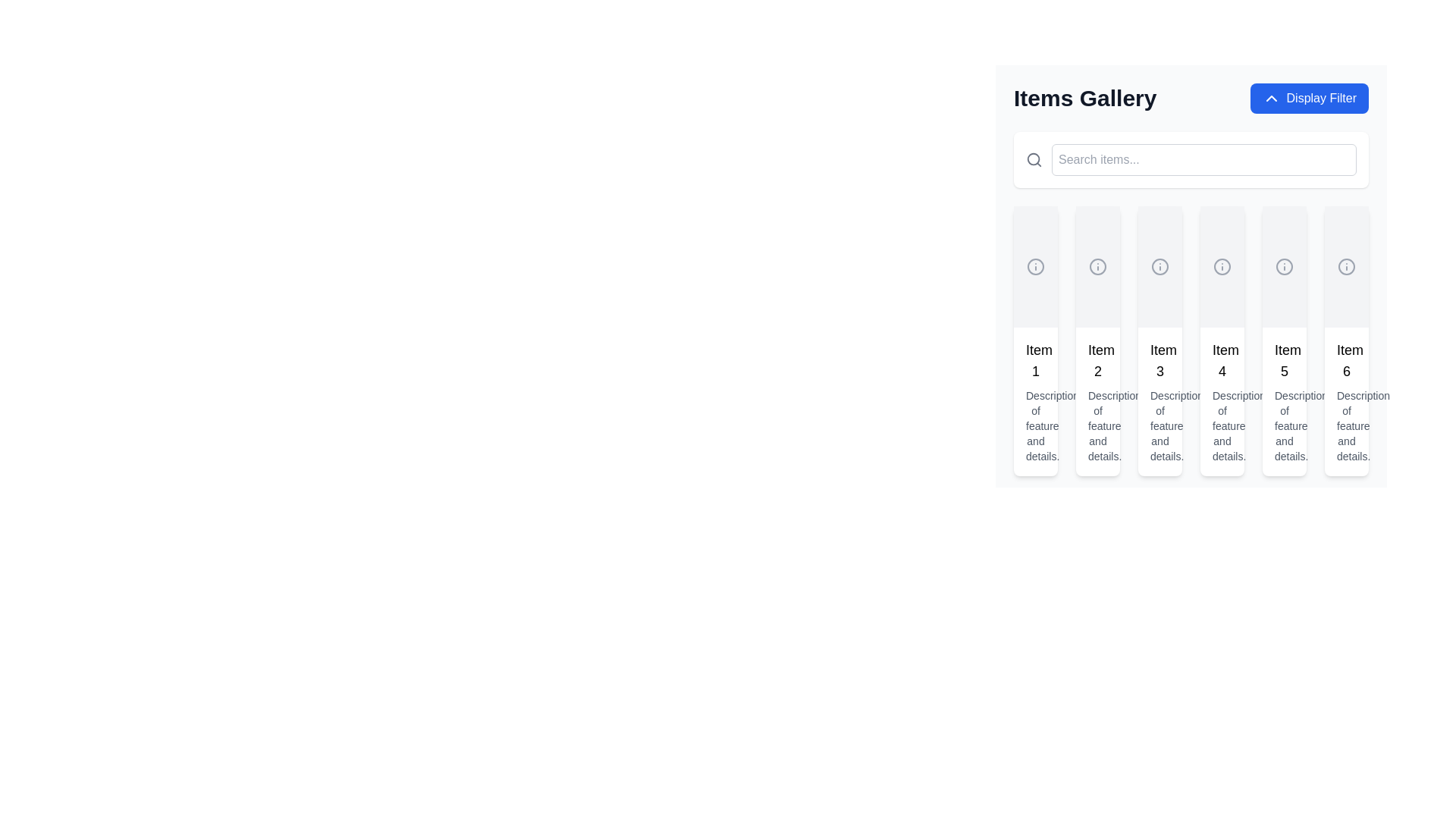 Image resolution: width=1456 pixels, height=819 pixels. Describe the element at coordinates (1222, 265) in the screenshot. I see `the informational icon, which is a circular icon with a thin border, a vertical line, and a small dot at the top, located in the fourth position of a horizontal list within the 'Item 4' card in the Items Gallery` at that location.